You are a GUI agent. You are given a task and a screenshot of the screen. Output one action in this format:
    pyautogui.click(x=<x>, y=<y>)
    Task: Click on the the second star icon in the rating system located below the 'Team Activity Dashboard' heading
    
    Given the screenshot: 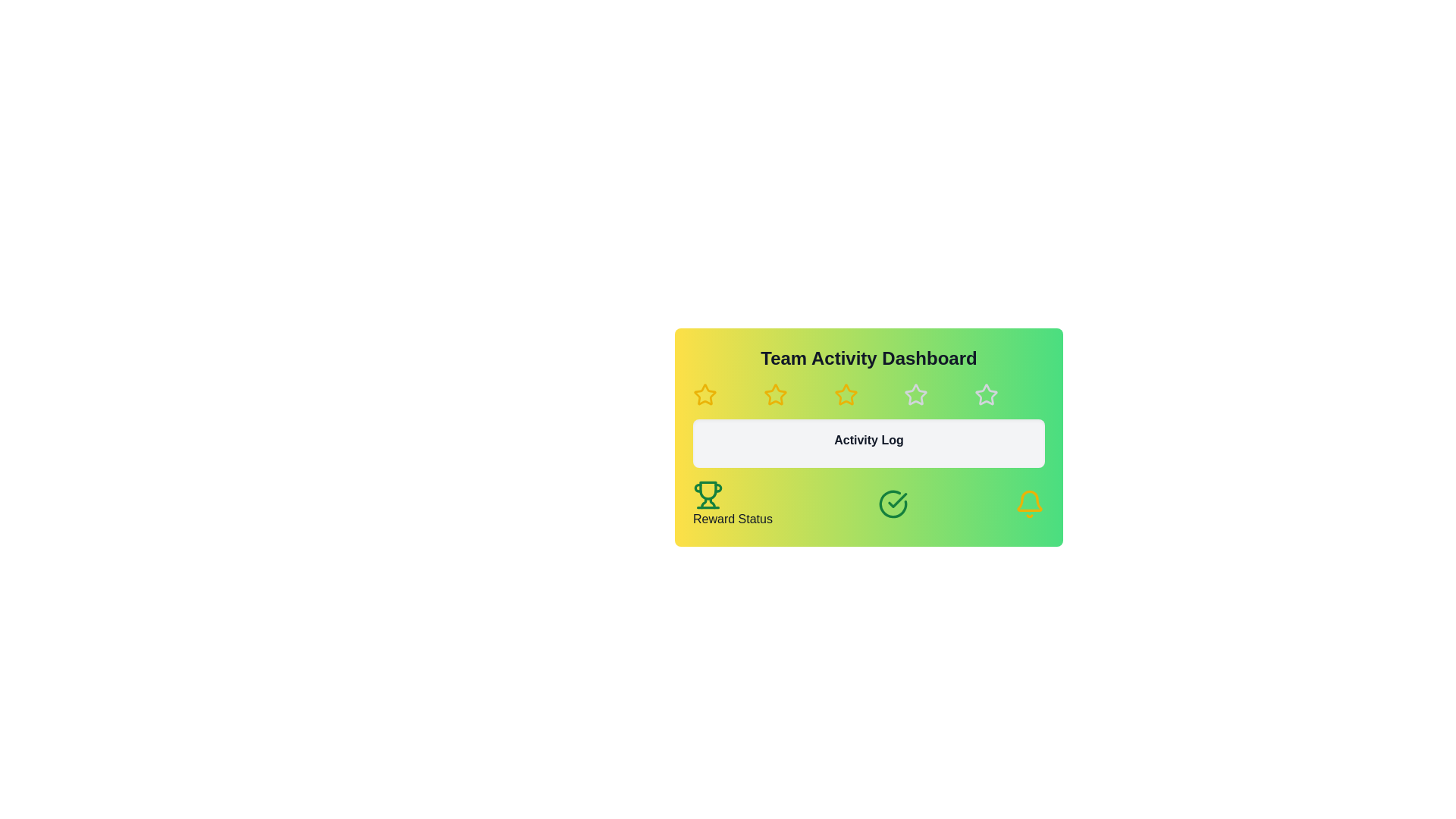 What is the action you would take?
    pyautogui.click(x=704, y=394)
    